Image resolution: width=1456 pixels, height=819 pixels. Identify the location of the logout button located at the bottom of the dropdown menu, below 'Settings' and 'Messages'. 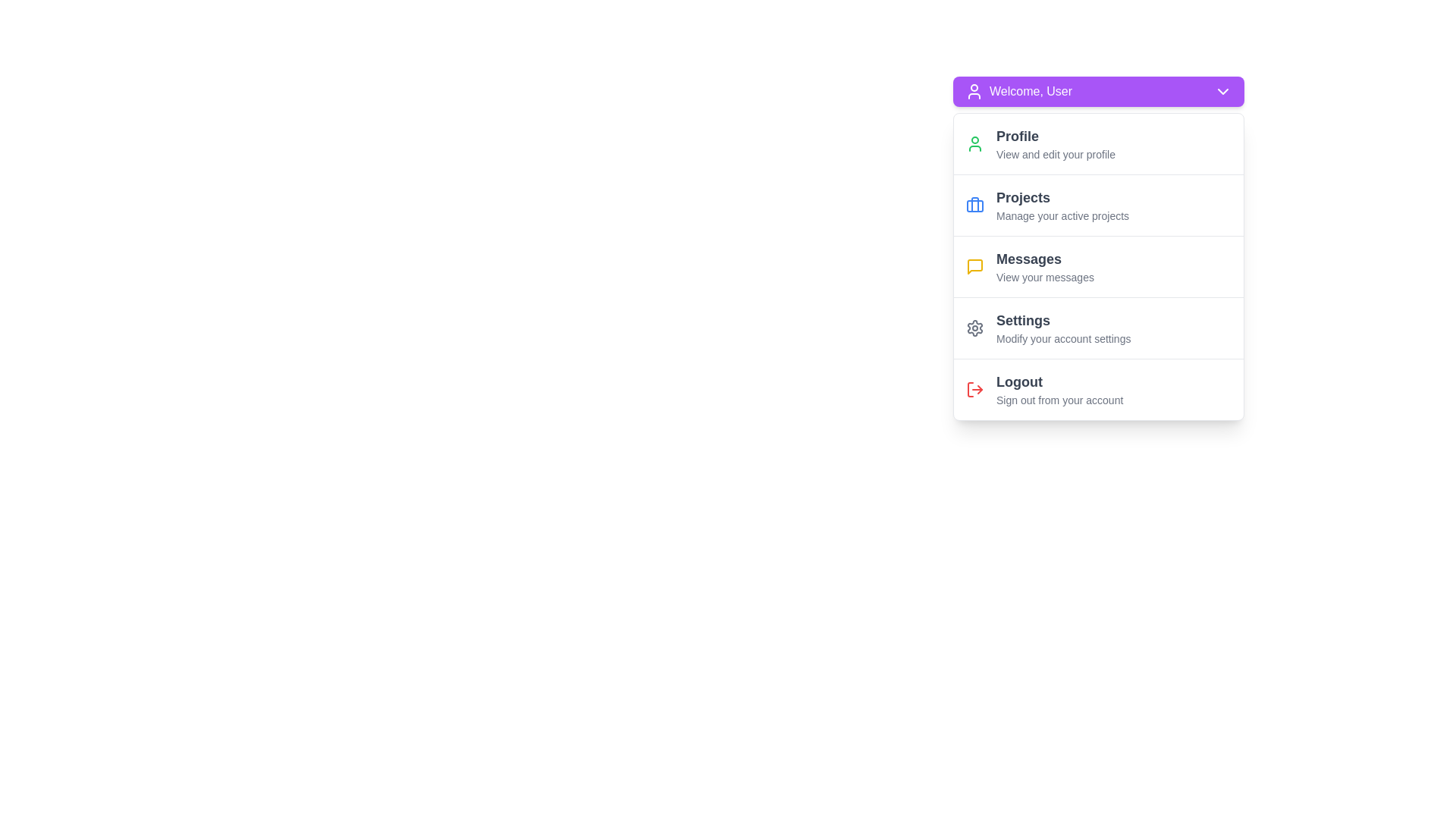
(1099, 388).